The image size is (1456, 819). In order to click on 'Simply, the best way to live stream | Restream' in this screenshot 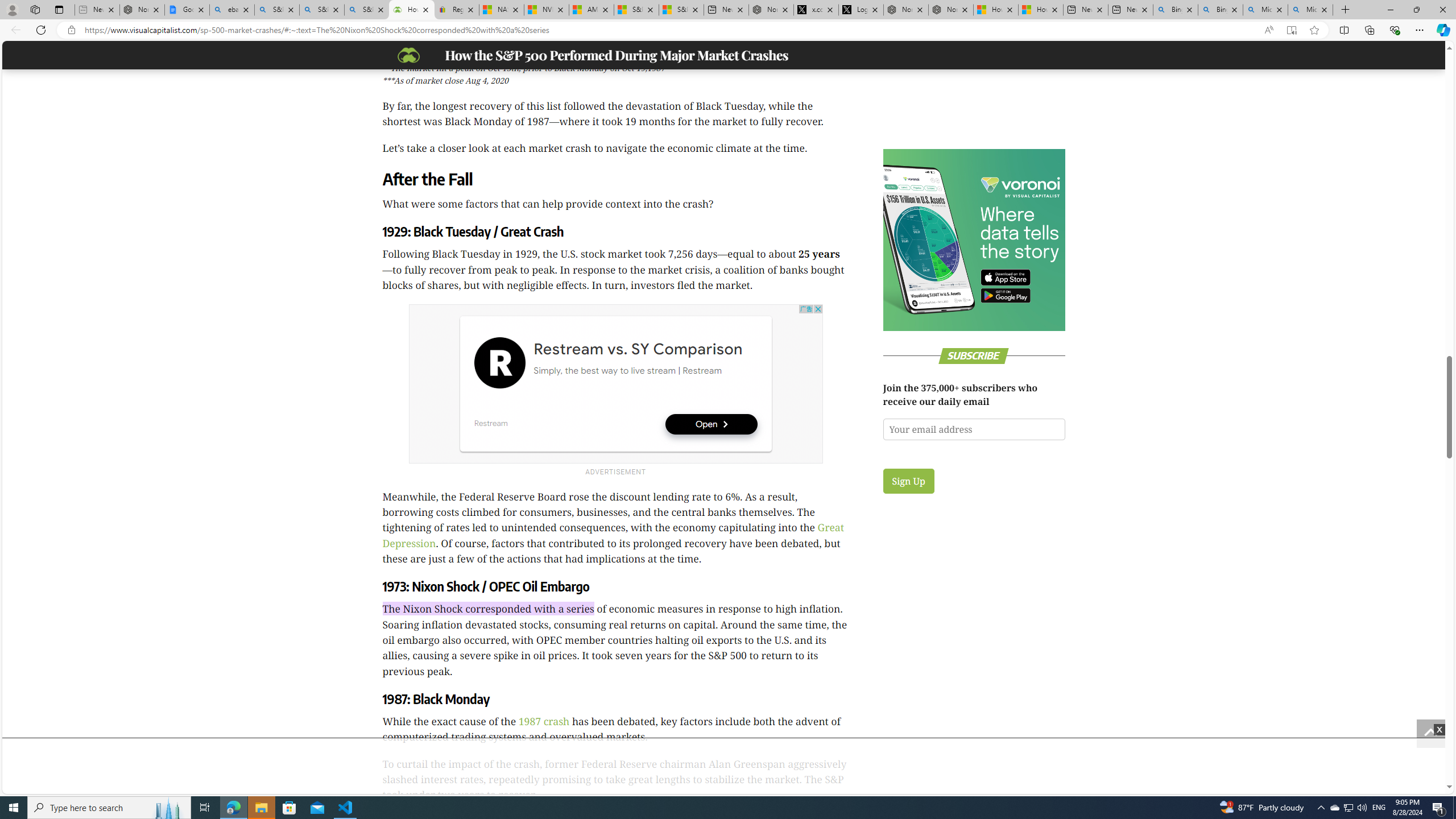, I will do `click(627, 370)`.